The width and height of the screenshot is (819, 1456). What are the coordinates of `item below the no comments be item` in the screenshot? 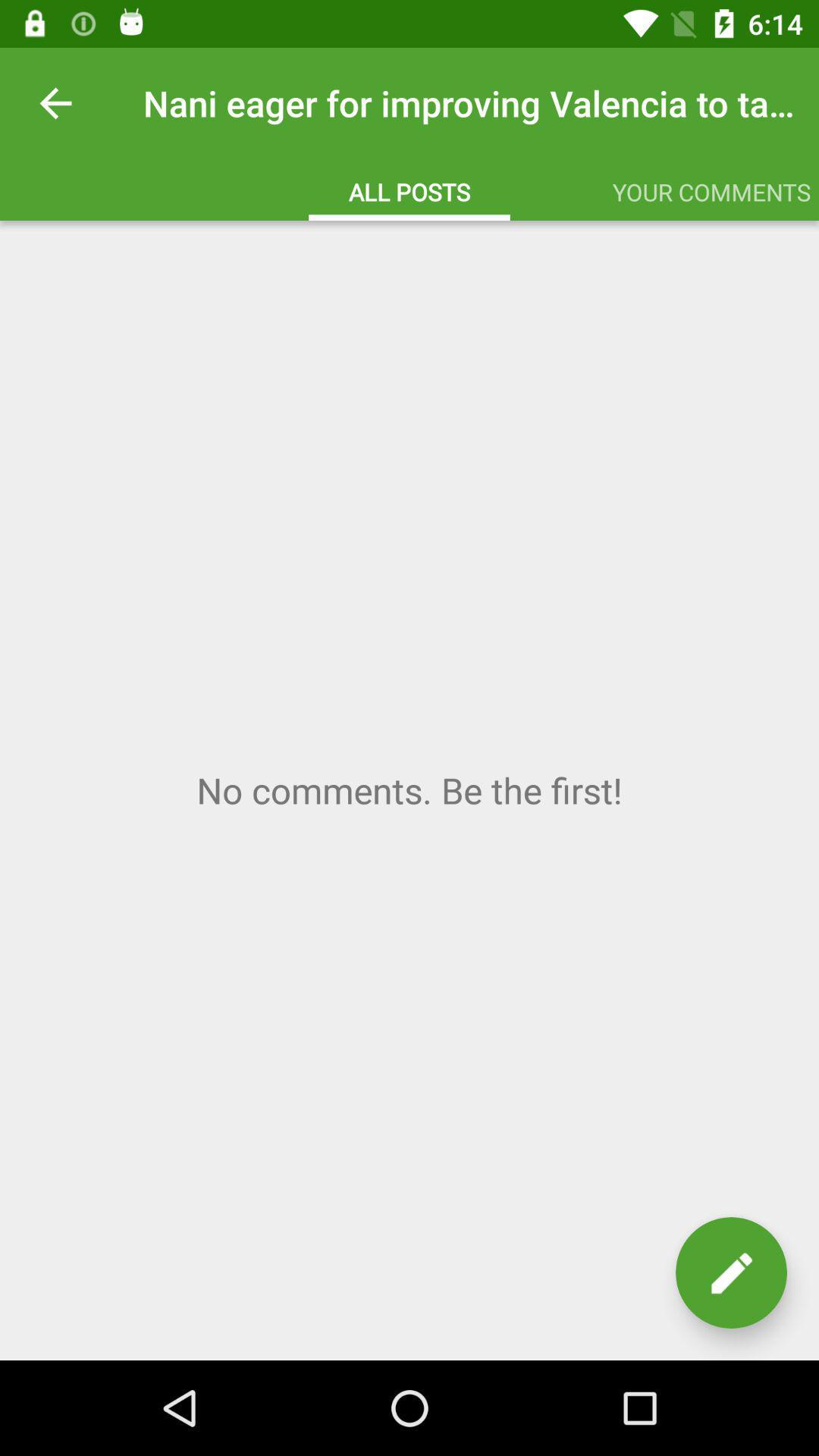 It's located at (730, 1272).